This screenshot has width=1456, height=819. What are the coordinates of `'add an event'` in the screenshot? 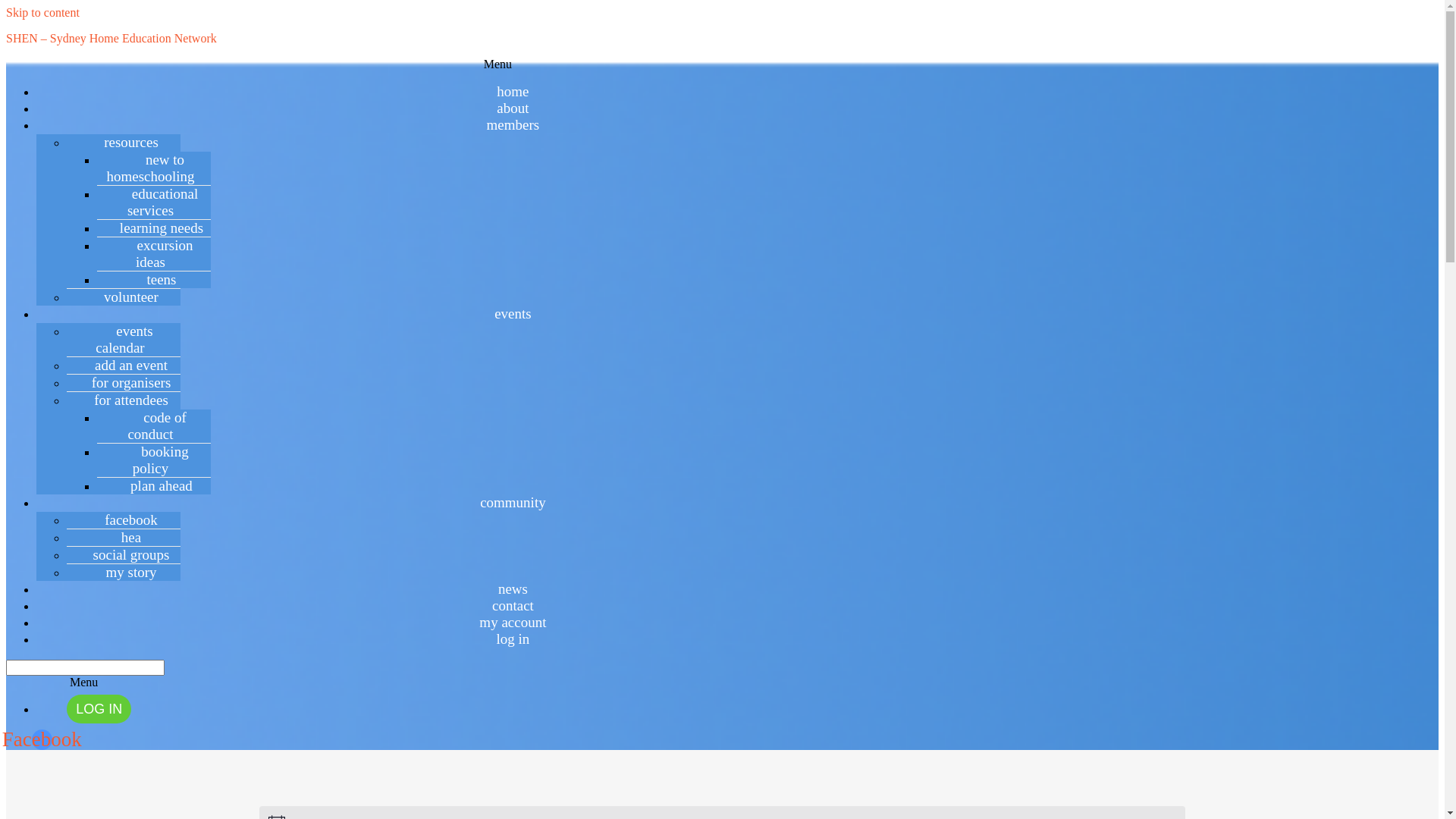 It's located at (124, 365).